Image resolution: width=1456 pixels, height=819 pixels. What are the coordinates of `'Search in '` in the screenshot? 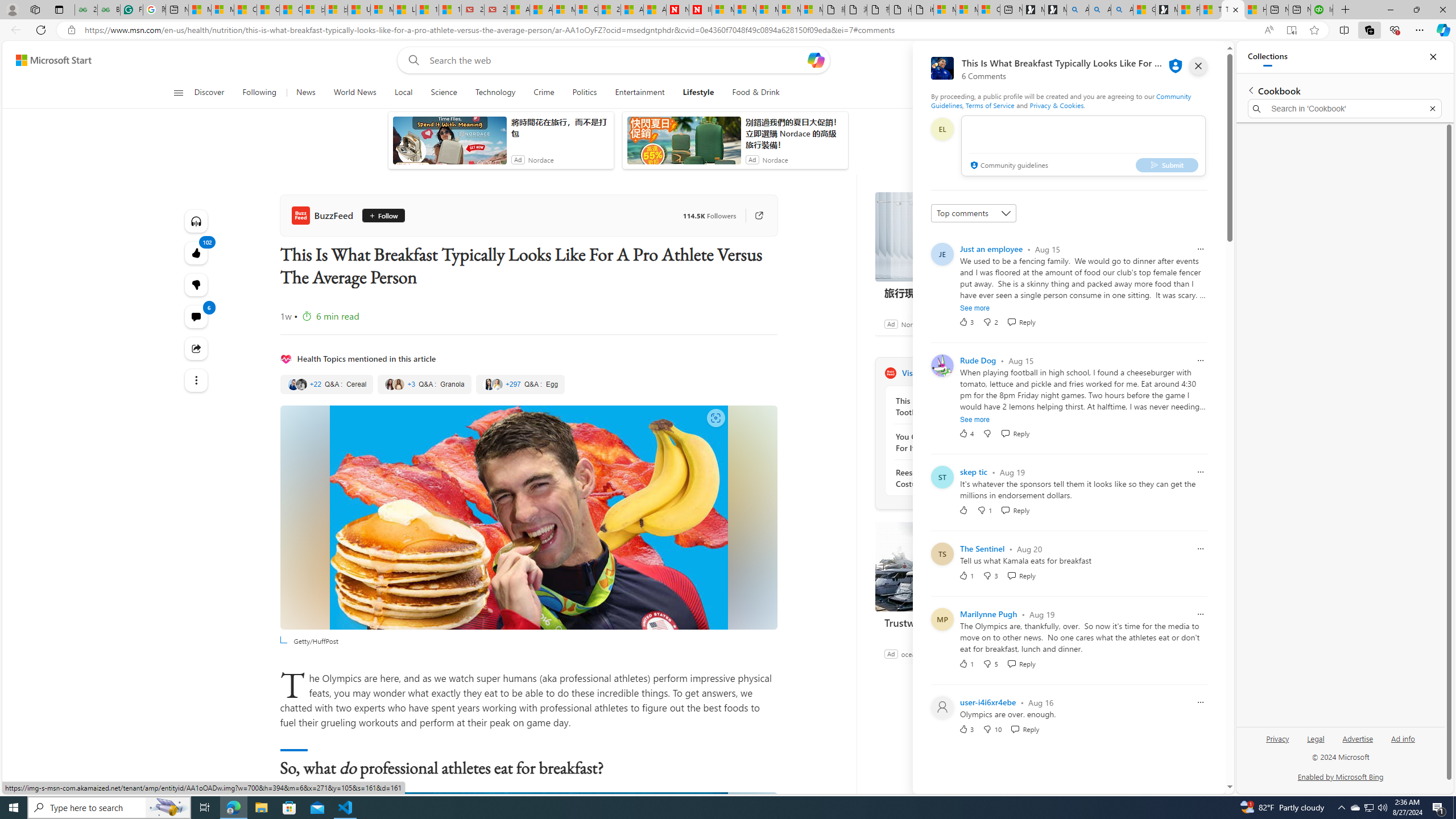 It's located at (1345, 109).